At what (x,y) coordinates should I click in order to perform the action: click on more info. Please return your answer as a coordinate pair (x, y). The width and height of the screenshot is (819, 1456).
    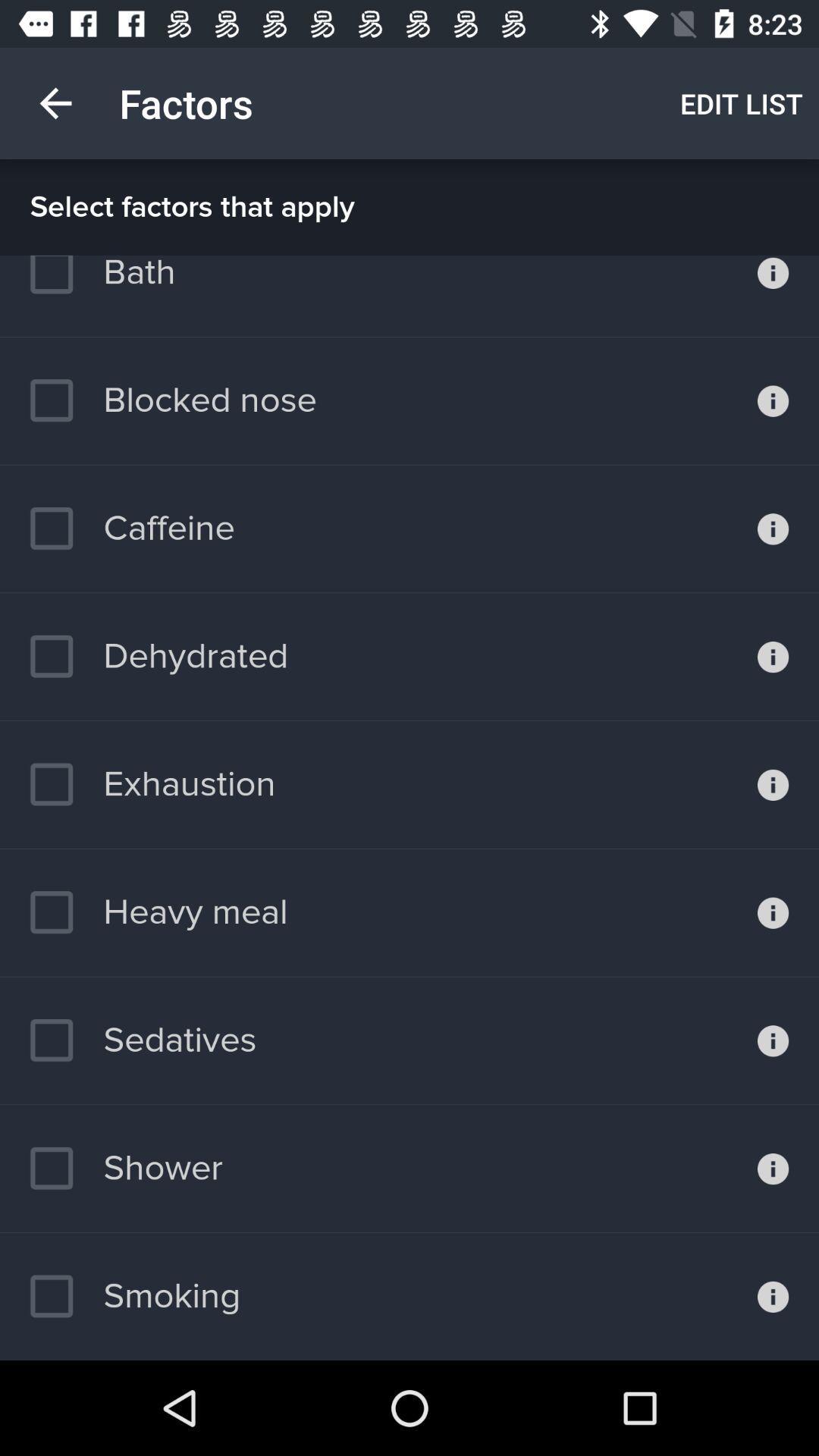
    Looking at the image, I should click on (773, 529).